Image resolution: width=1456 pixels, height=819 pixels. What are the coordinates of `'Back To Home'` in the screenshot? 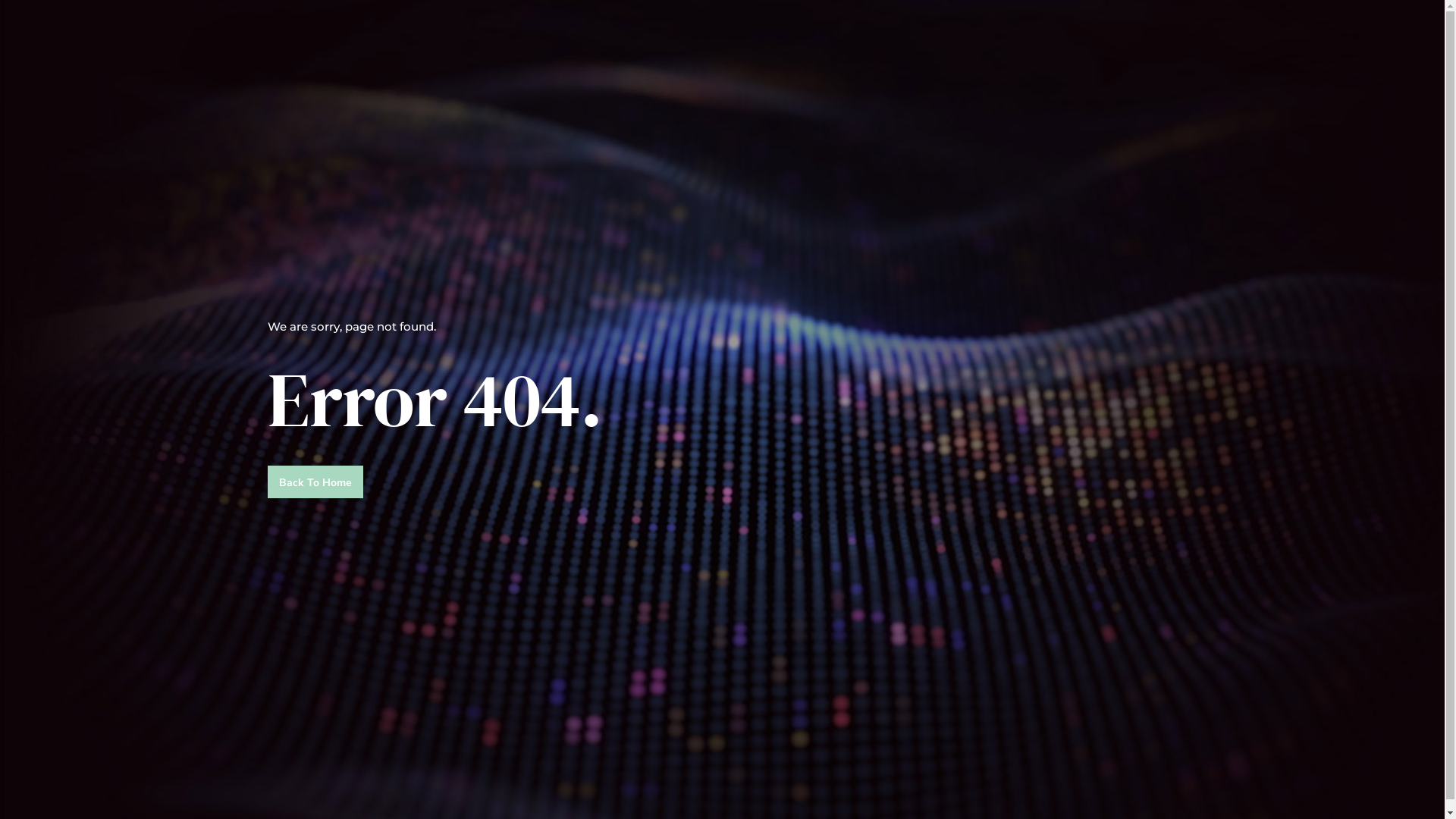 It's located at (266, 482).